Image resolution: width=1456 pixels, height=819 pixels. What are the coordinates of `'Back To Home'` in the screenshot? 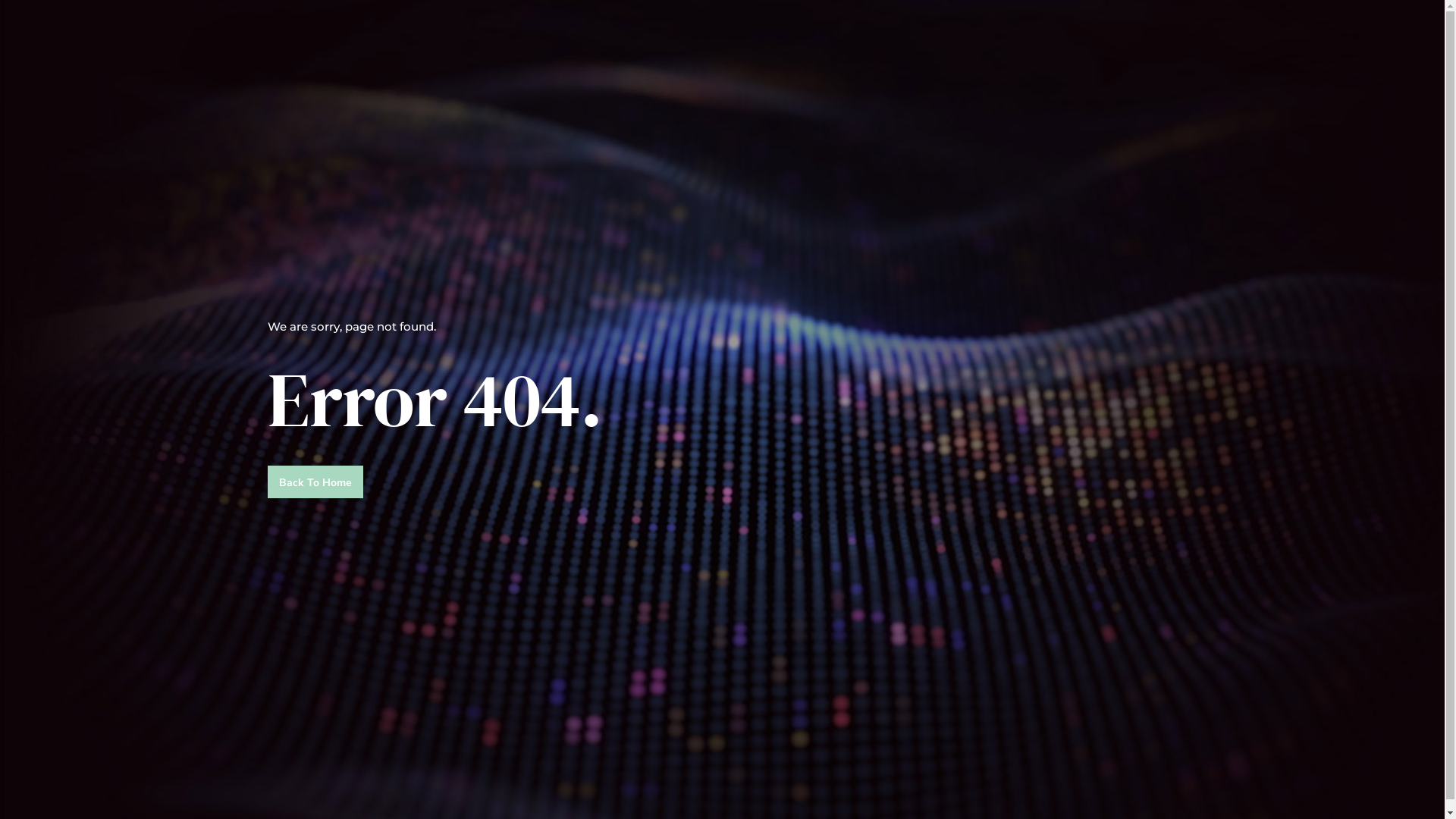 It's located at (266, 482).